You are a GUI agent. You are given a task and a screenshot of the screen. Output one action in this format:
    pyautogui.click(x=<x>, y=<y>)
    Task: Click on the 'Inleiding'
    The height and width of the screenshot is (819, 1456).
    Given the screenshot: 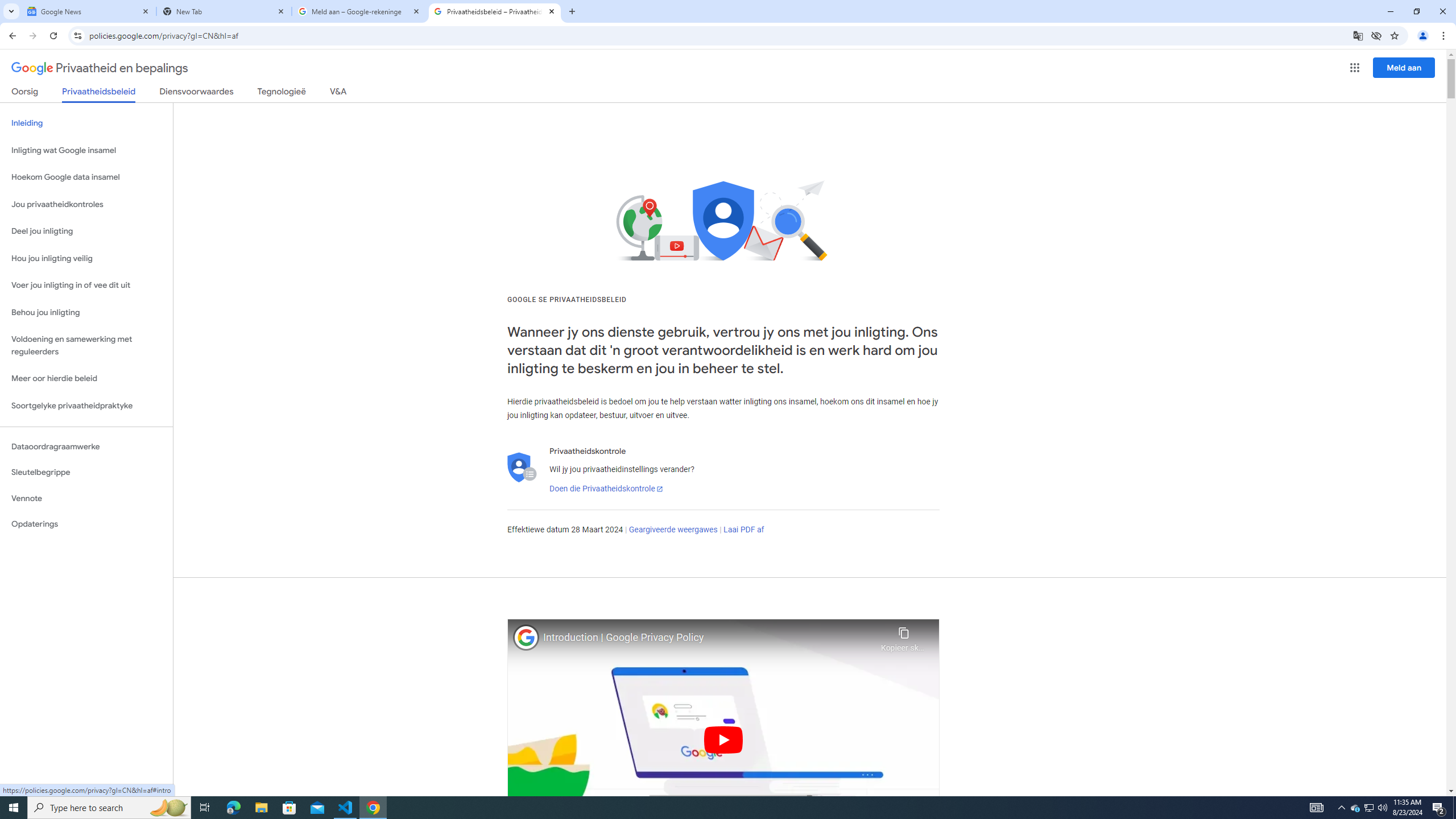 What is the action you would take?
    pyautogui.click(x=86, y=122)
    